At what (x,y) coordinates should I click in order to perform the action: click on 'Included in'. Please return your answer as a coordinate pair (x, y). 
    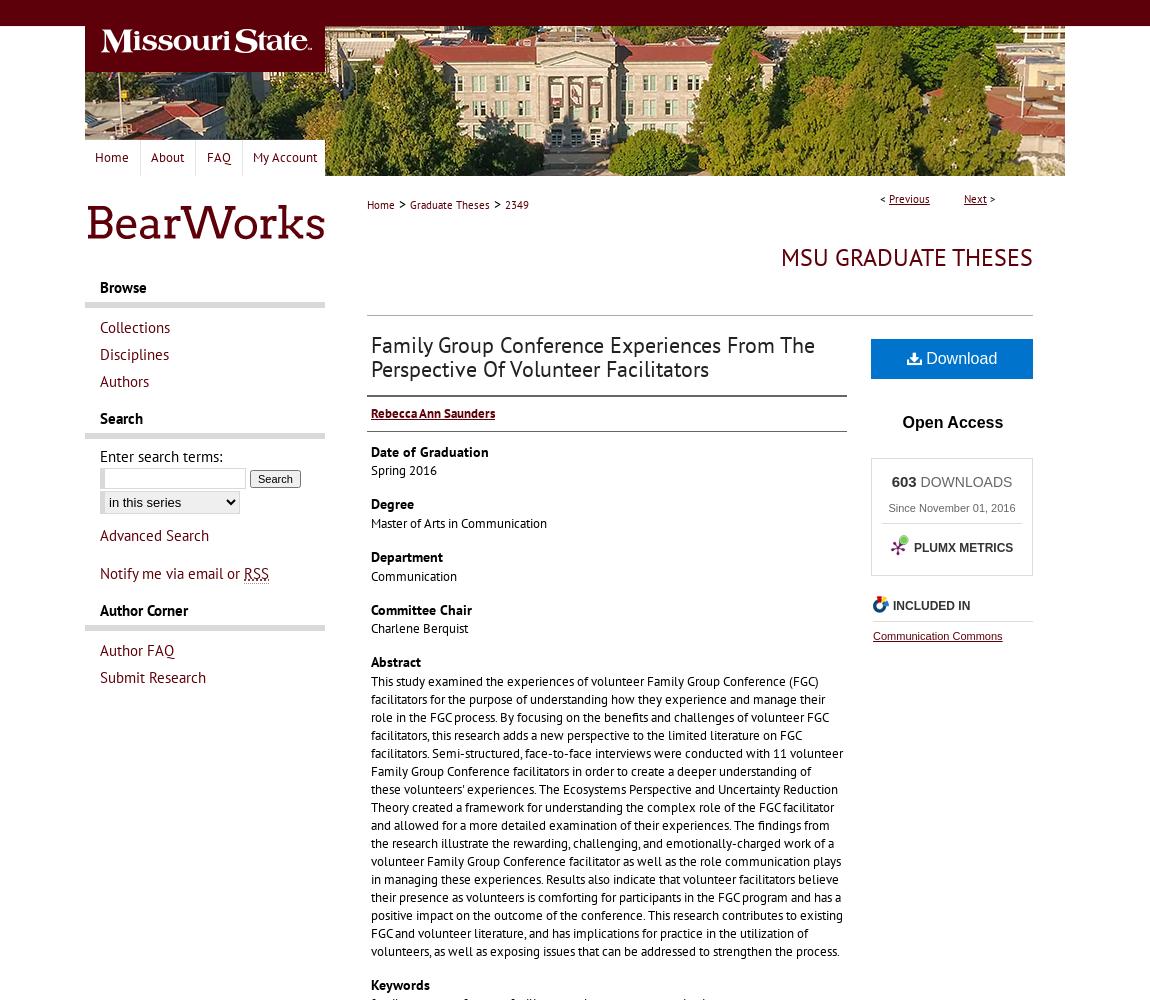
    Looking at the image, I should click on (931, 604).